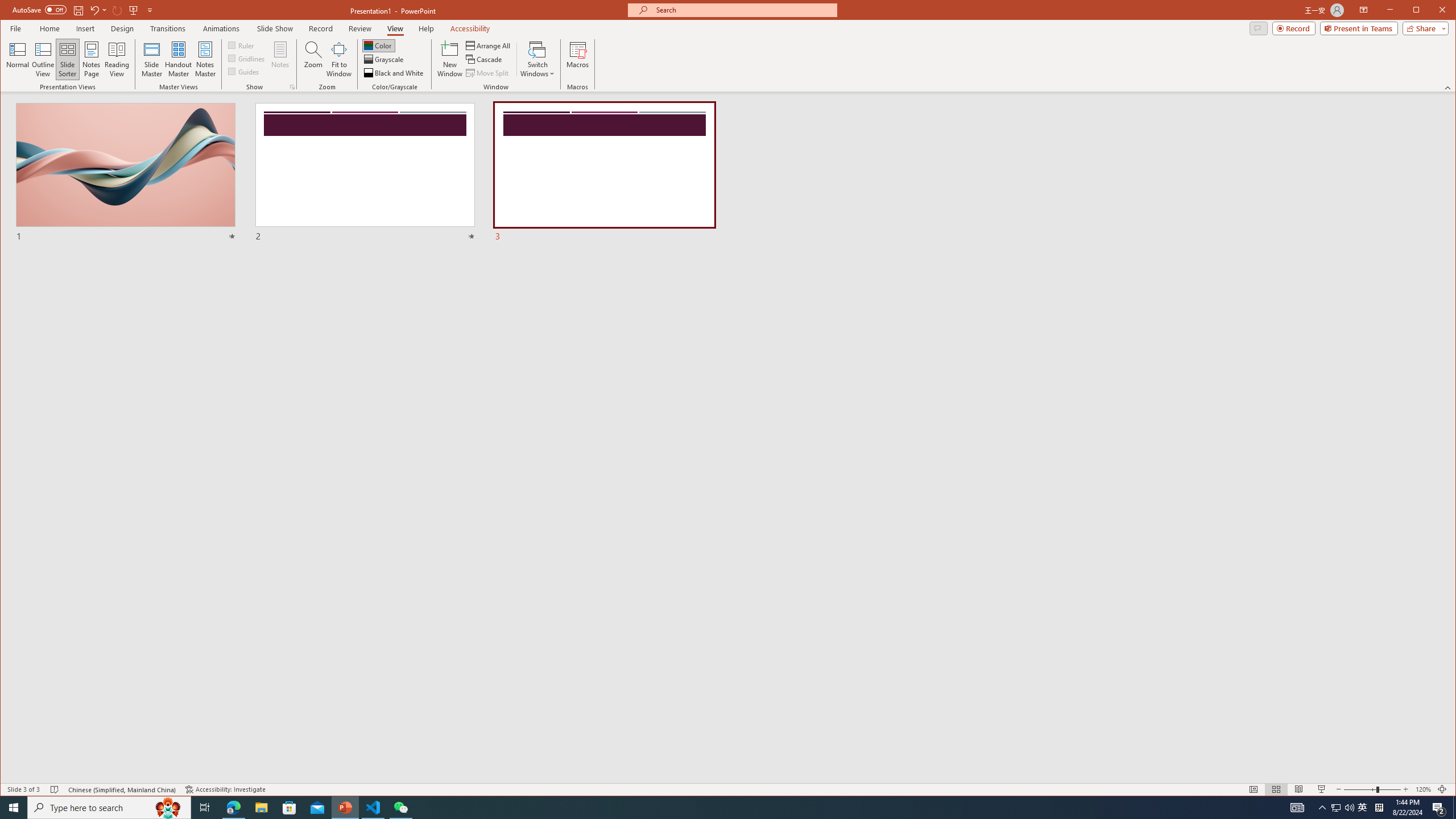 This screenshot has width=1456, height=819. I want to click on 'Slide Master', so click(151, 59).